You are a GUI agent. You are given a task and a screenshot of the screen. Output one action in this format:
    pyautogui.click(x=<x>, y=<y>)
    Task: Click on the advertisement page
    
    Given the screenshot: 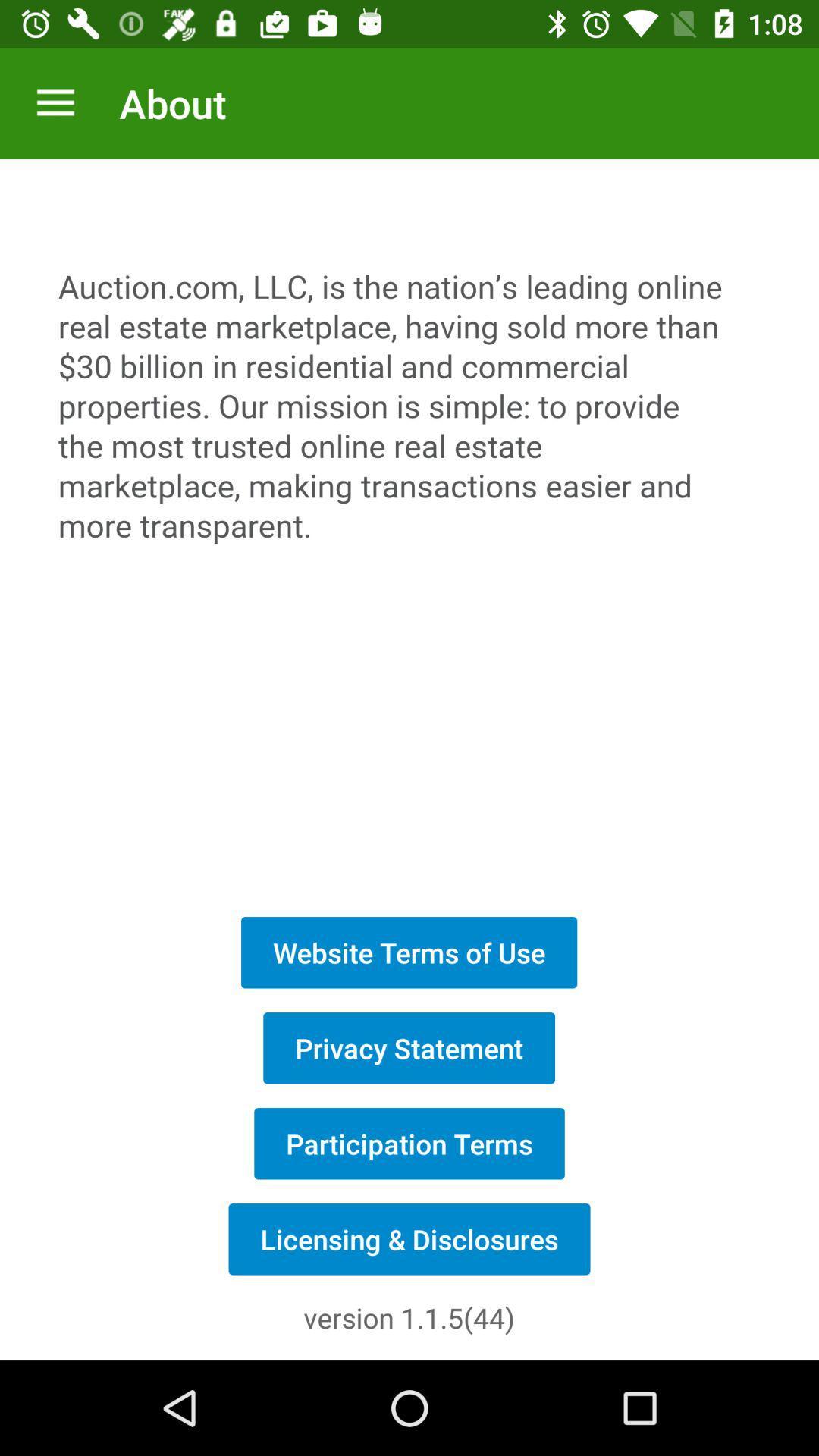 What is the action you would take?
    pyautogui.click(x=409, y=529)
    